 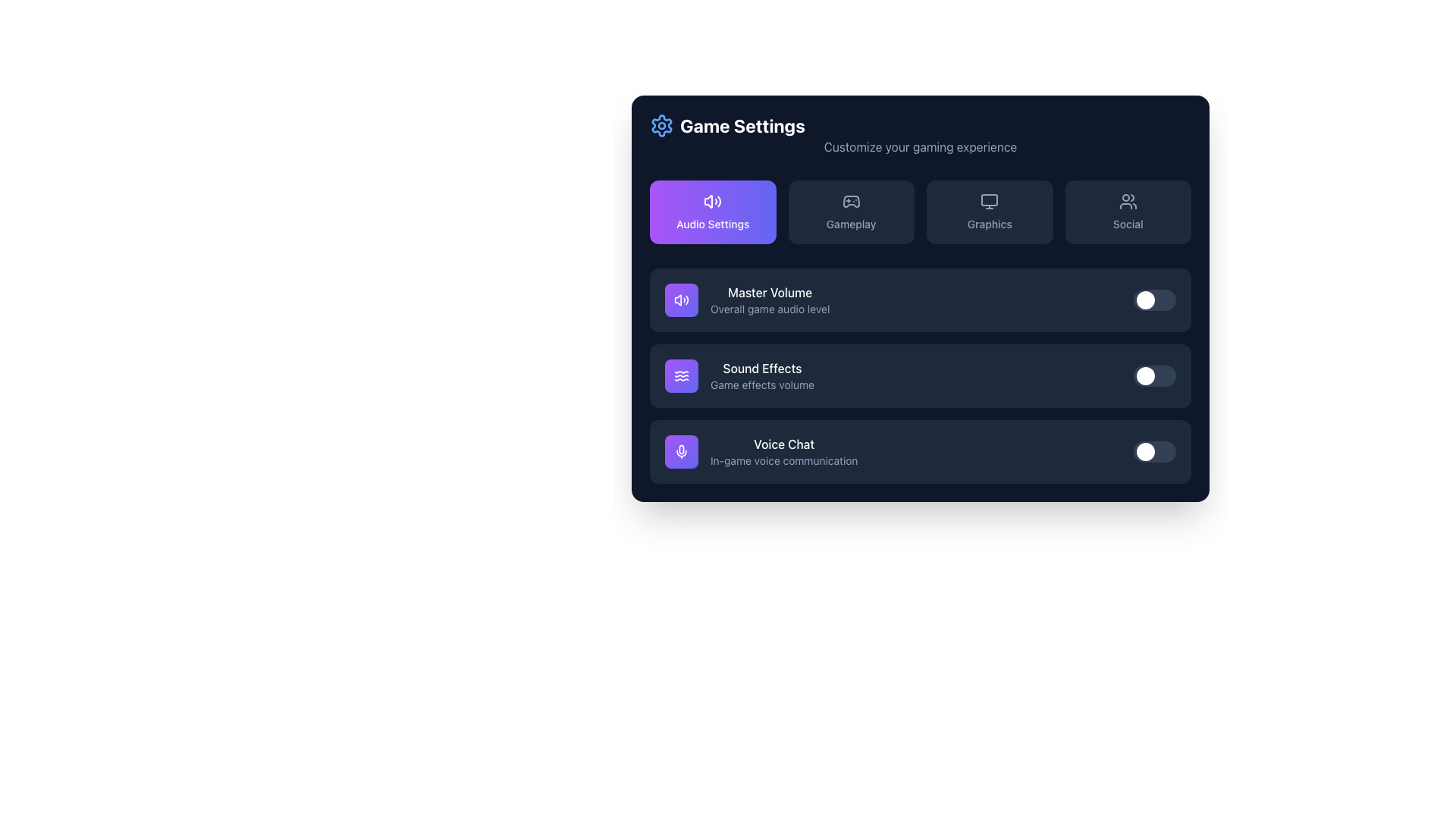 I want to click on the sound effects volume setting toggle control, which is the second item in the vertical list of the Audio Settings section, so click(x=920, y=375).